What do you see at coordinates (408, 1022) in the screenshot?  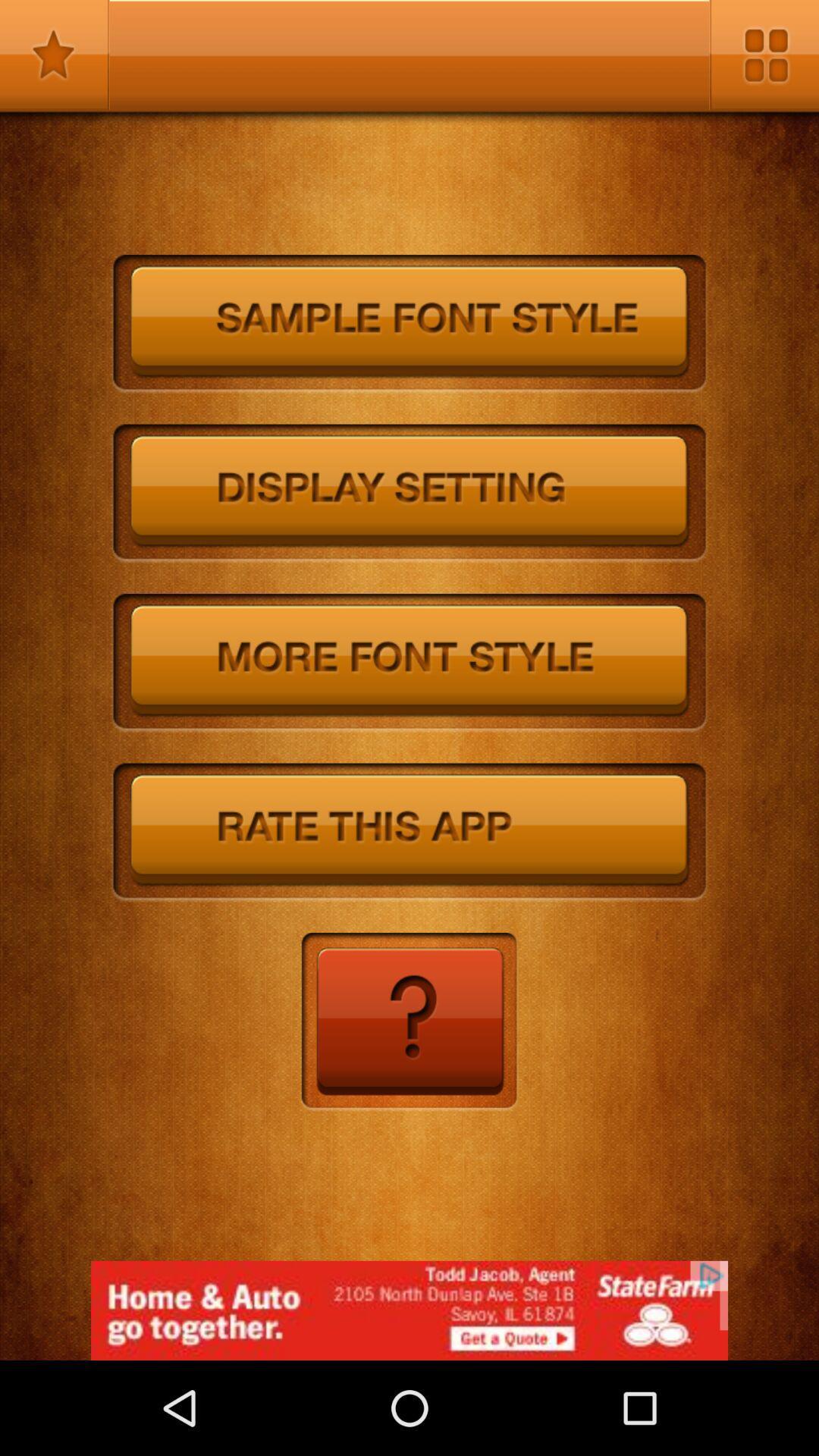 I see `go back` at bounding box center [408, 1022].